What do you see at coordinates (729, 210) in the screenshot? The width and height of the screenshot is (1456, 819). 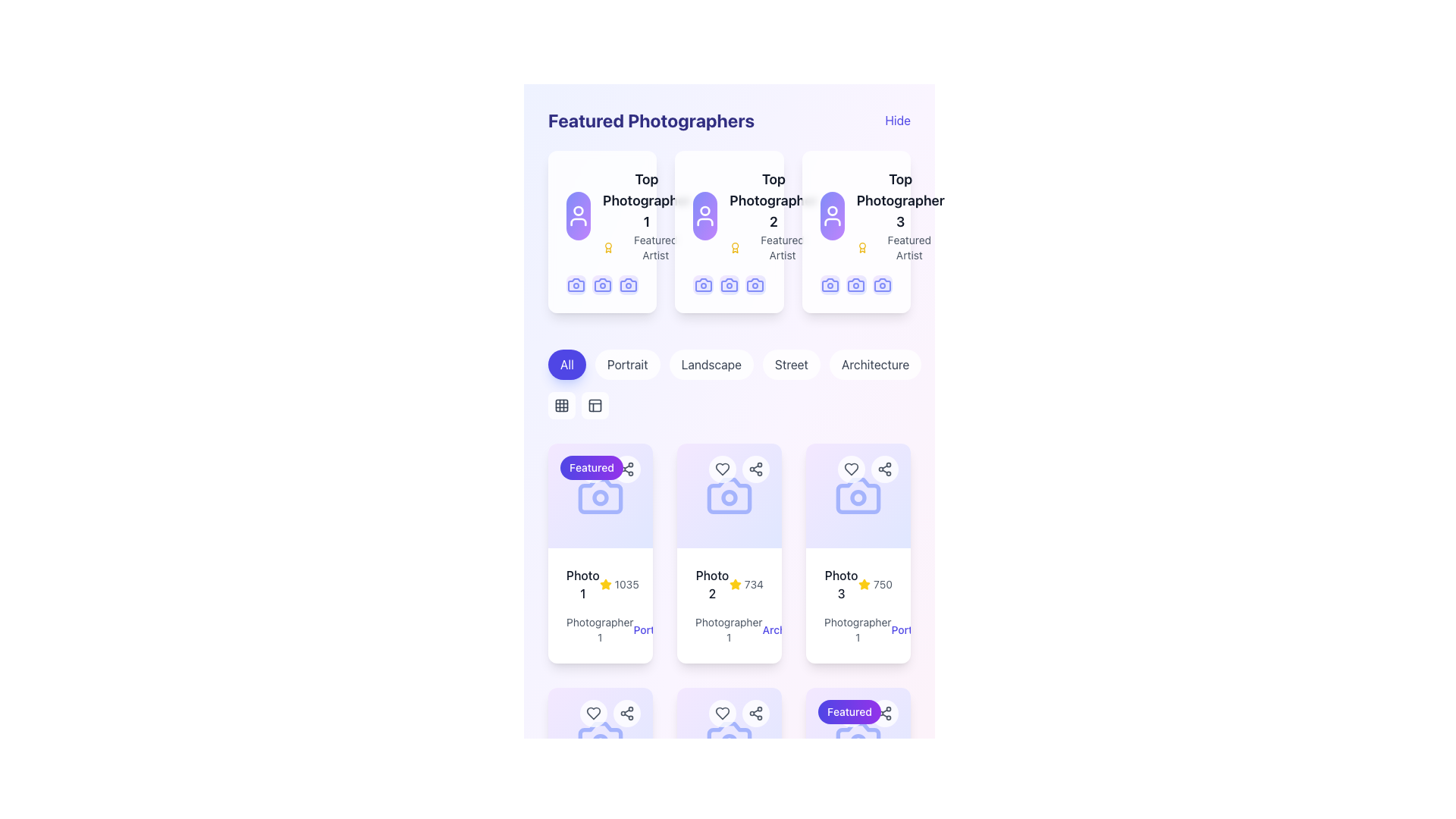 I see `the second card in the list of featured photographers` at bounding box center [729, 210].